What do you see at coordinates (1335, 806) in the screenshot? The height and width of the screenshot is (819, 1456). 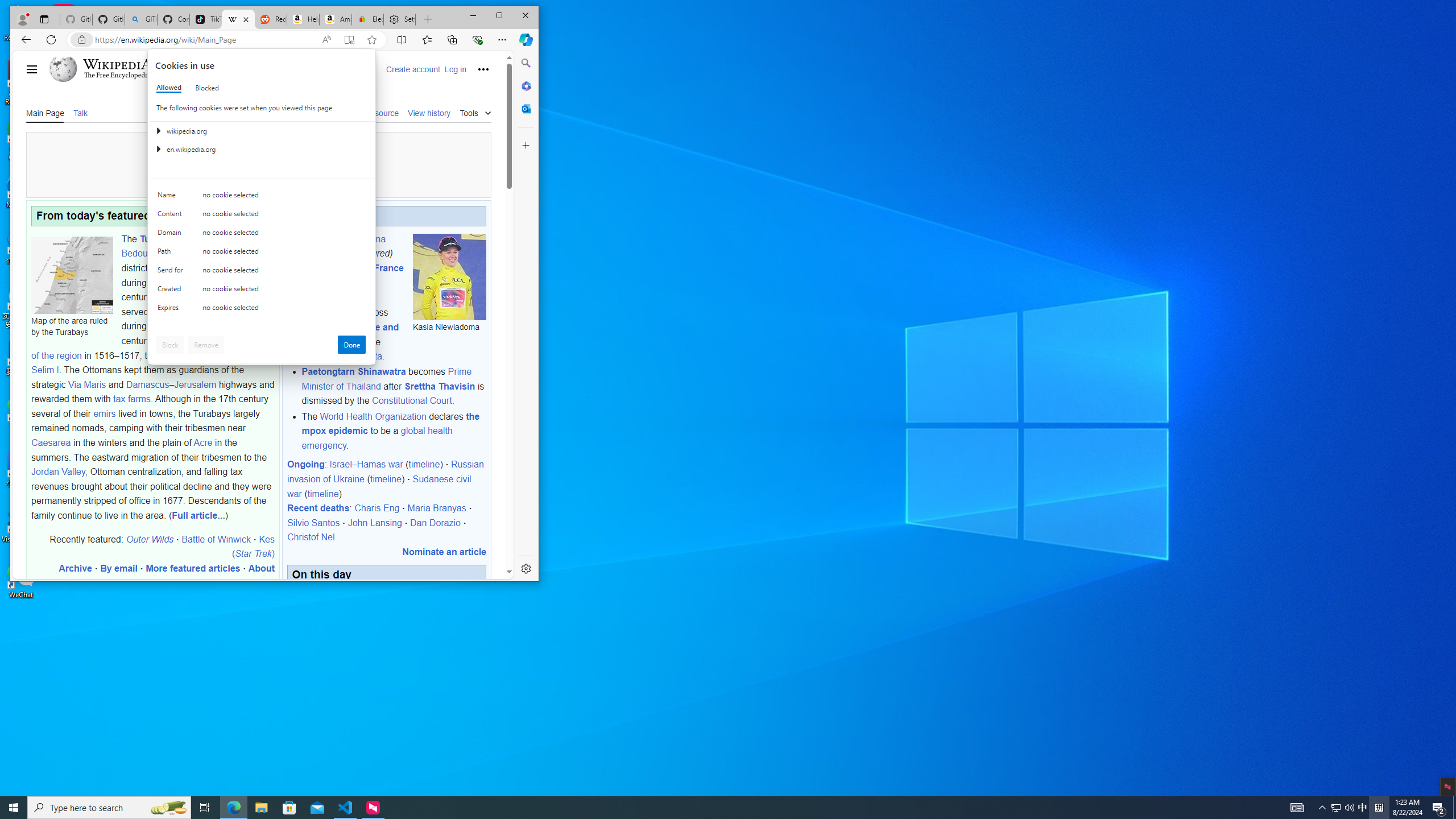 I see `'AutomationID: 4105'` at bounding box center [1335, 806].